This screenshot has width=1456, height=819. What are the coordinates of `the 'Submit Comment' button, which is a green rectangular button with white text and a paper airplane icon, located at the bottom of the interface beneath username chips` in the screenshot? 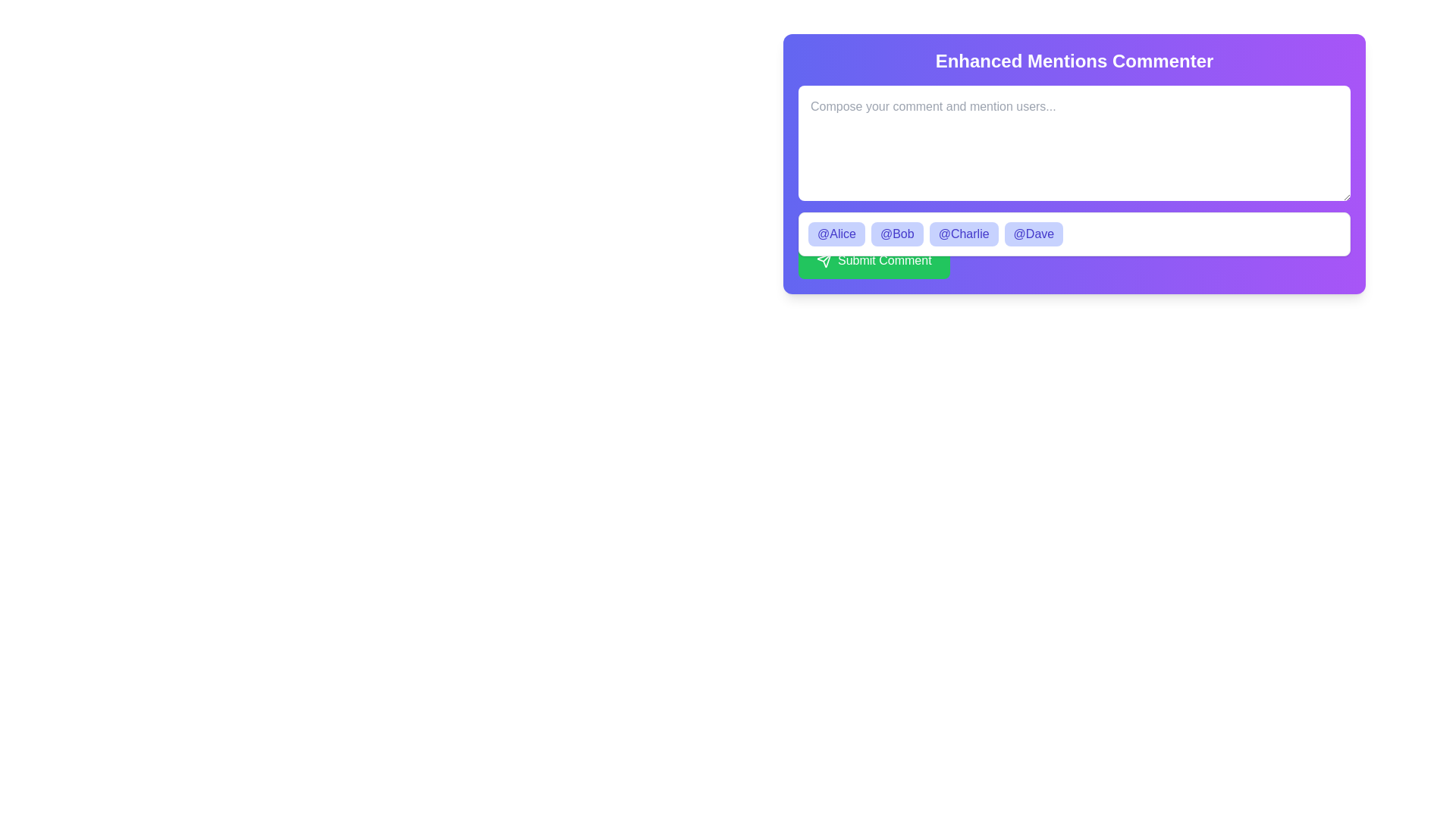 It's located at (874, 259).